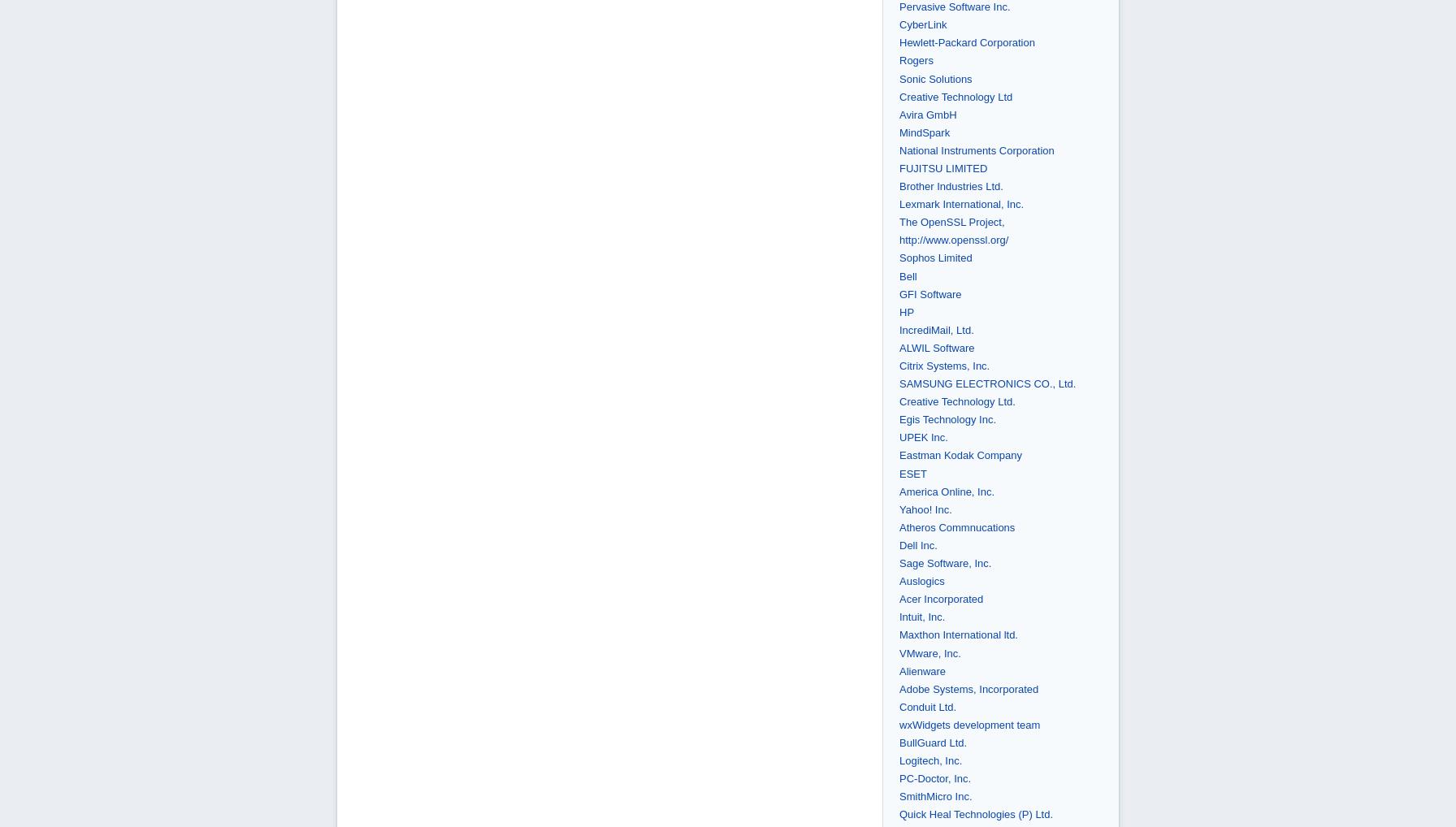 The image size is (1456, 827). I want to click on 'BullGuard Ltd.', so click(933, 742).